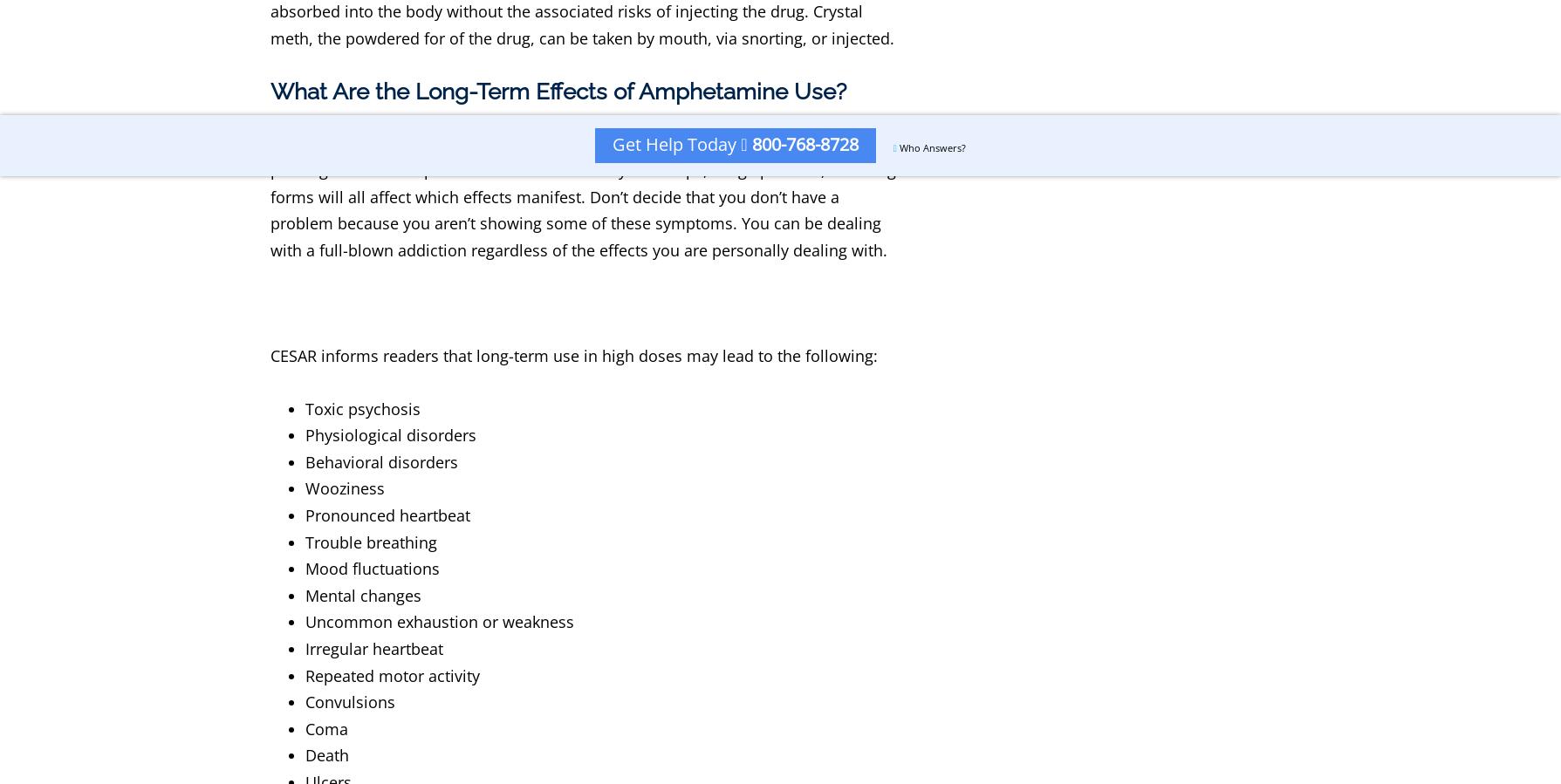  Describe the element at coordinates (389, 435) in the screenshot. I see `'Physiological disorders'` at that location.